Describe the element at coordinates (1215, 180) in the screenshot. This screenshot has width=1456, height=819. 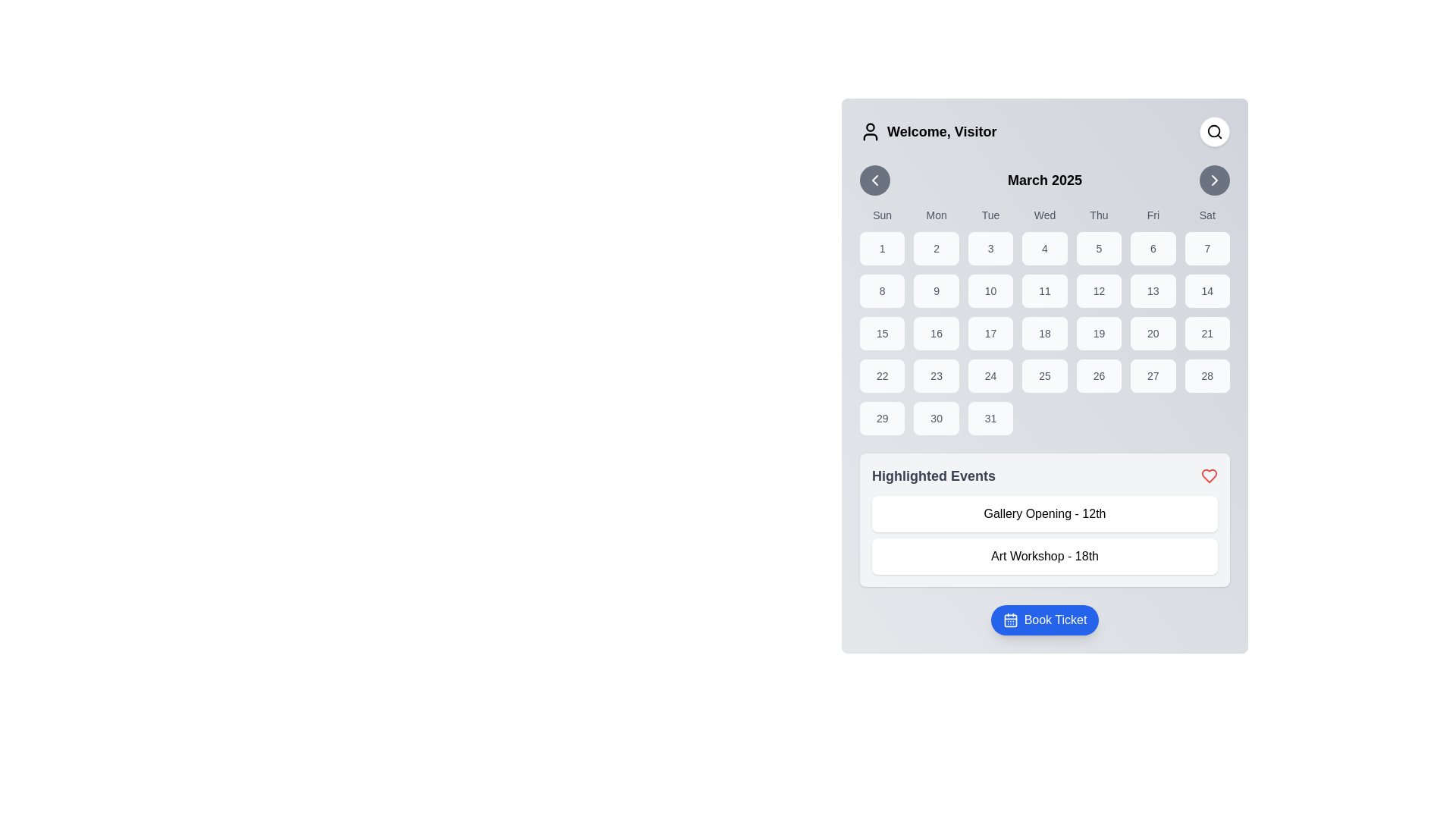
I see `the circular button with a gray background and a white chevron icon pointing to the right` at that location.